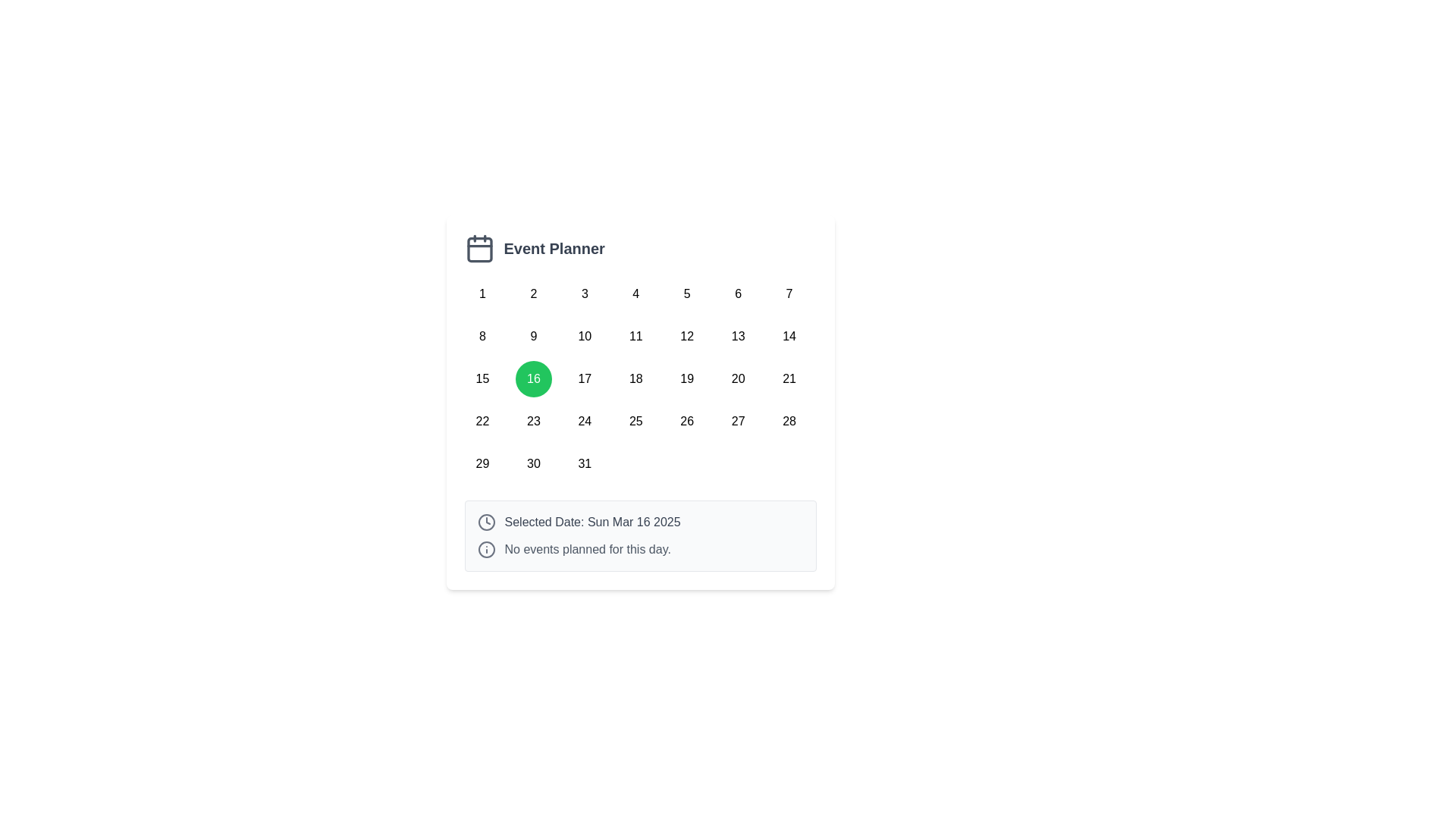 The image size is (1456, 819). I want to click on the circular button with a white background containing the number '31' in black font, located in the bottom-right corner of the calendar grid for a highlighting effect, so click(584, 463).